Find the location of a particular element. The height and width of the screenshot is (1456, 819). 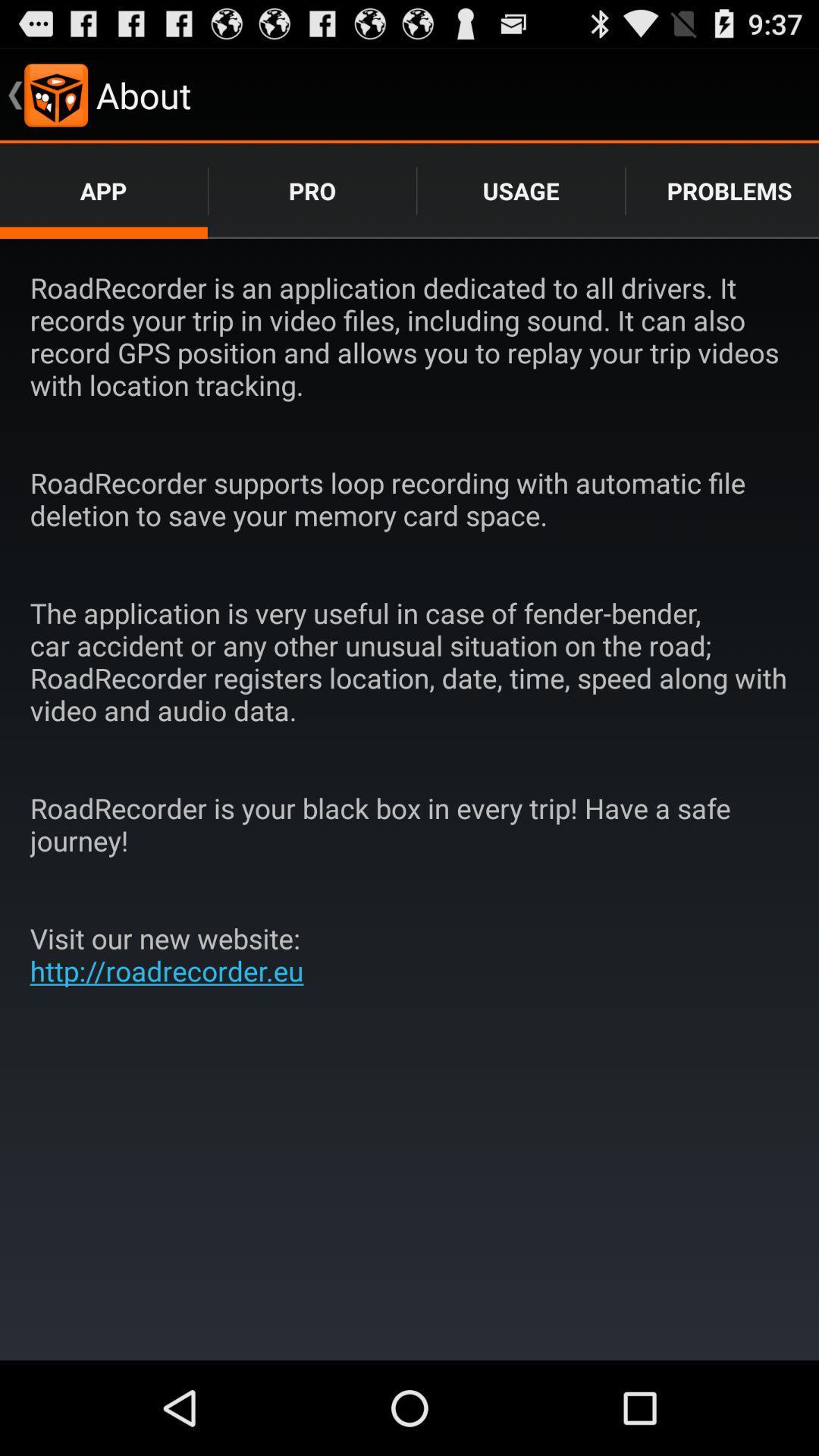

the visit our new app is located at coordinates (171, 953).